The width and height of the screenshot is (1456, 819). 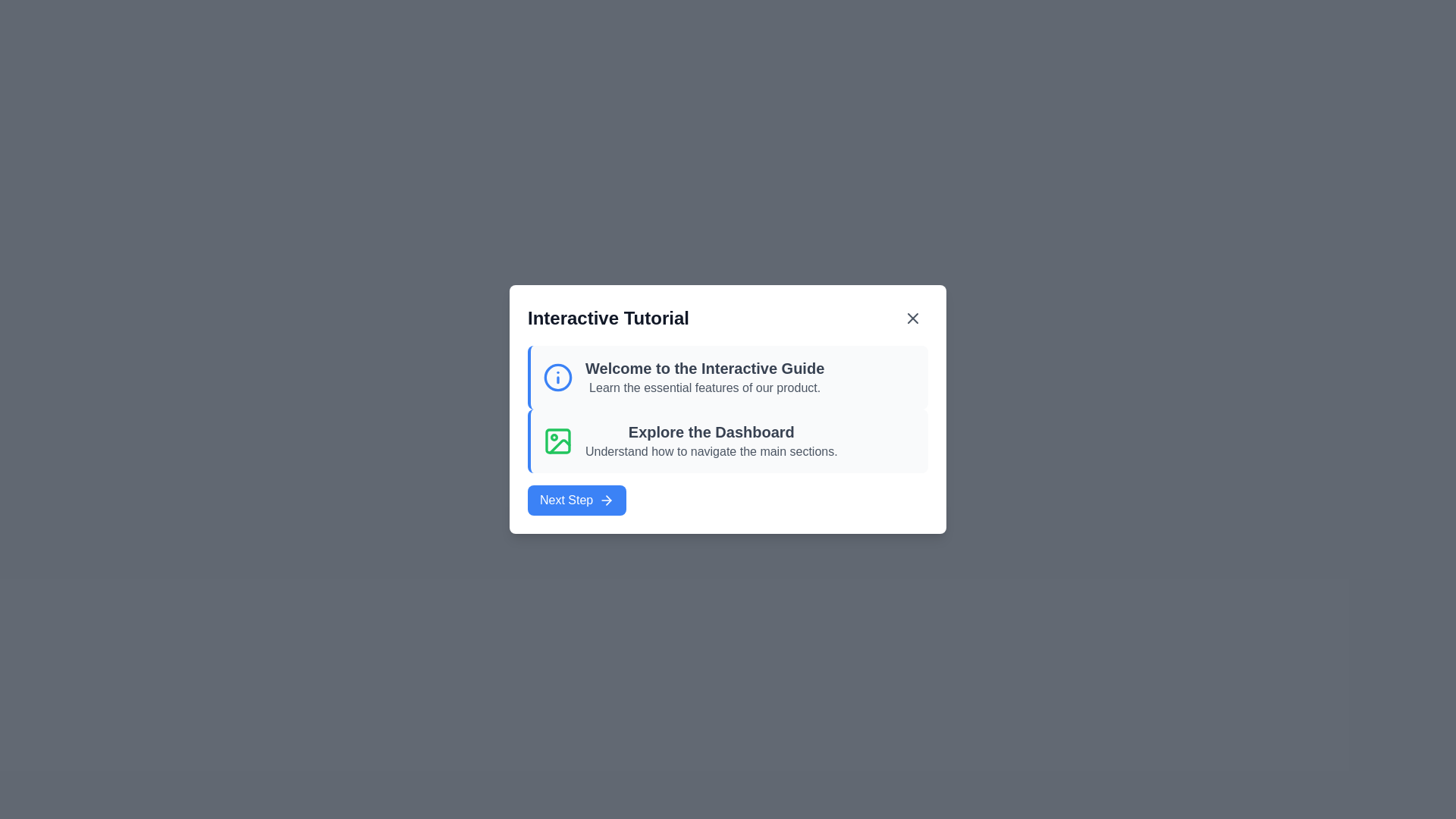 What do you see at coordinates (711, 451) in the screenshot?
I see `the static text label reading 'Understand how to navigate the main sections.' which is located directly below the title 'Explore the Dashboard' in a white card` at bounding box center [711, 451].